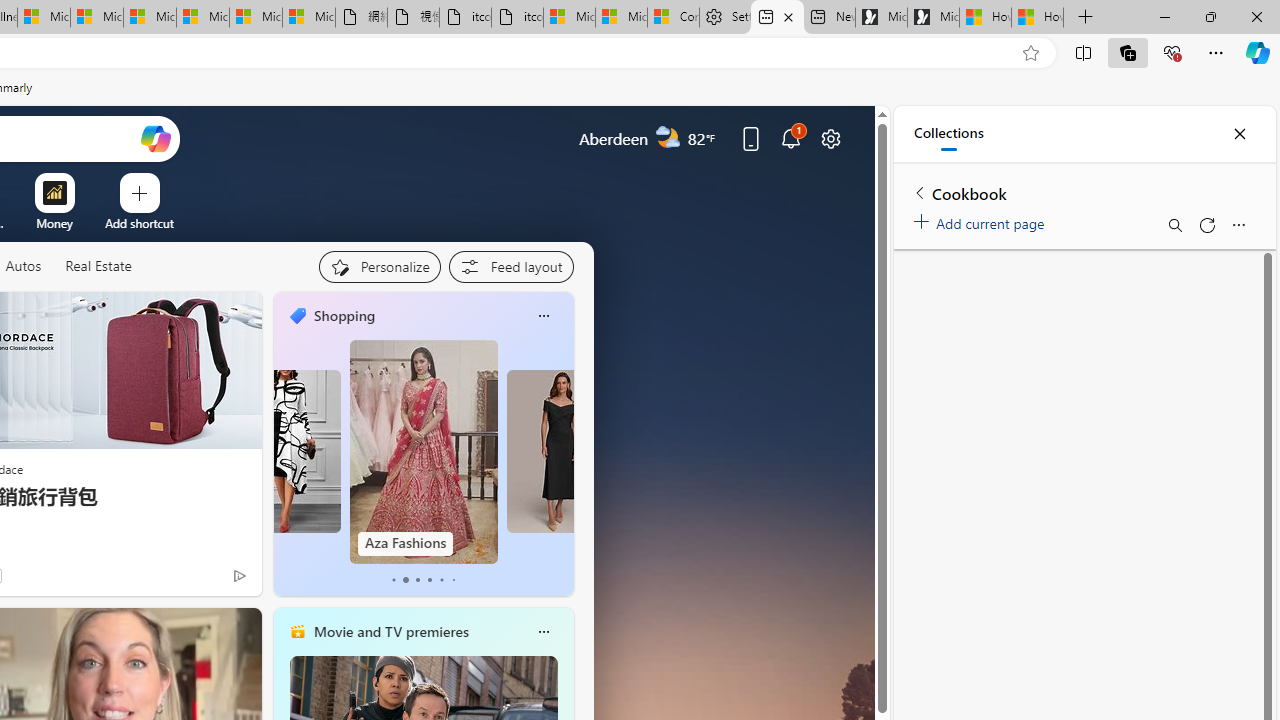  I want to click on 'Real Estate', so click(96, 266).